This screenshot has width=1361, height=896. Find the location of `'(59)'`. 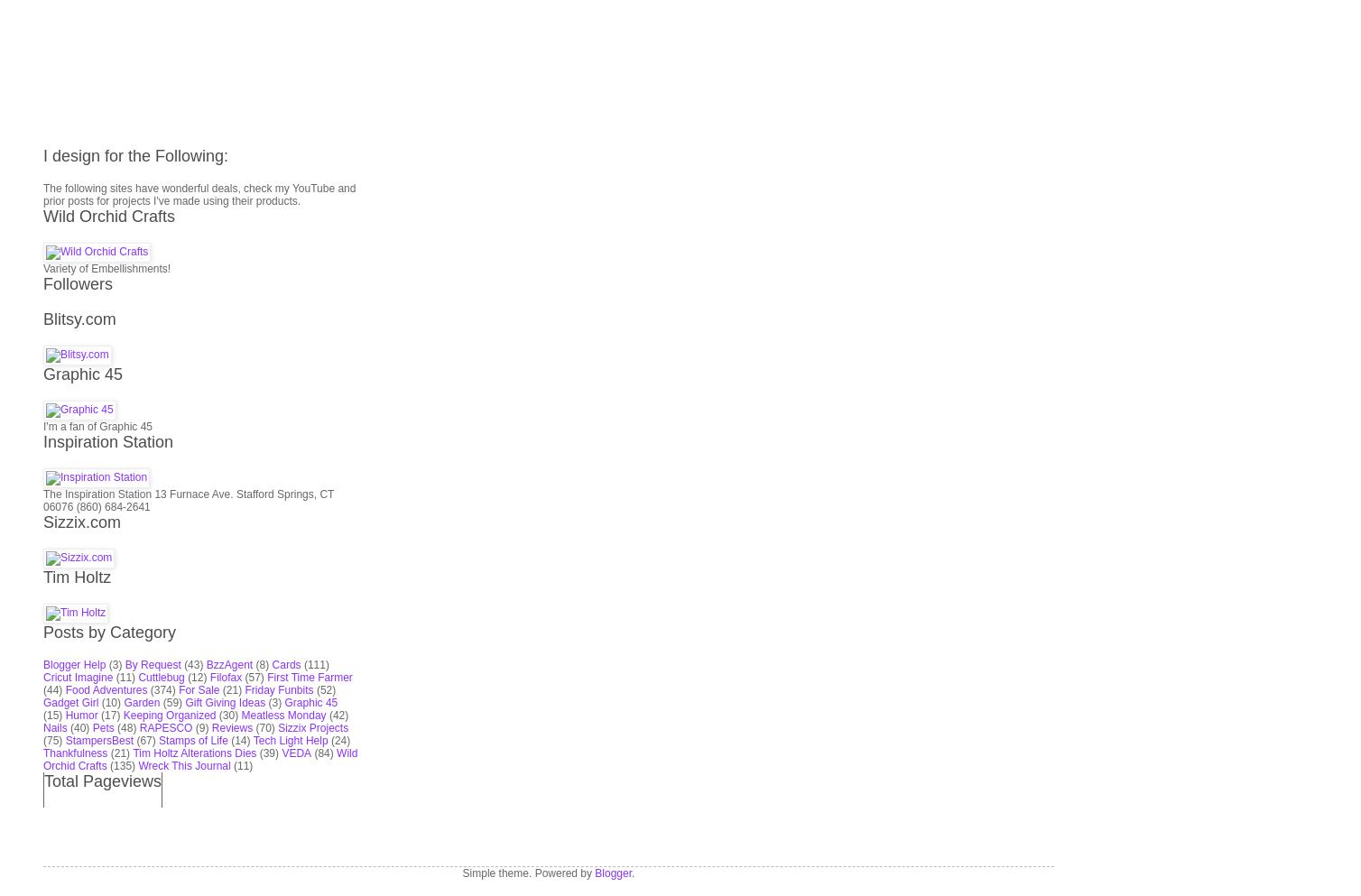

'(59)' is located at coordinates (171, 485).